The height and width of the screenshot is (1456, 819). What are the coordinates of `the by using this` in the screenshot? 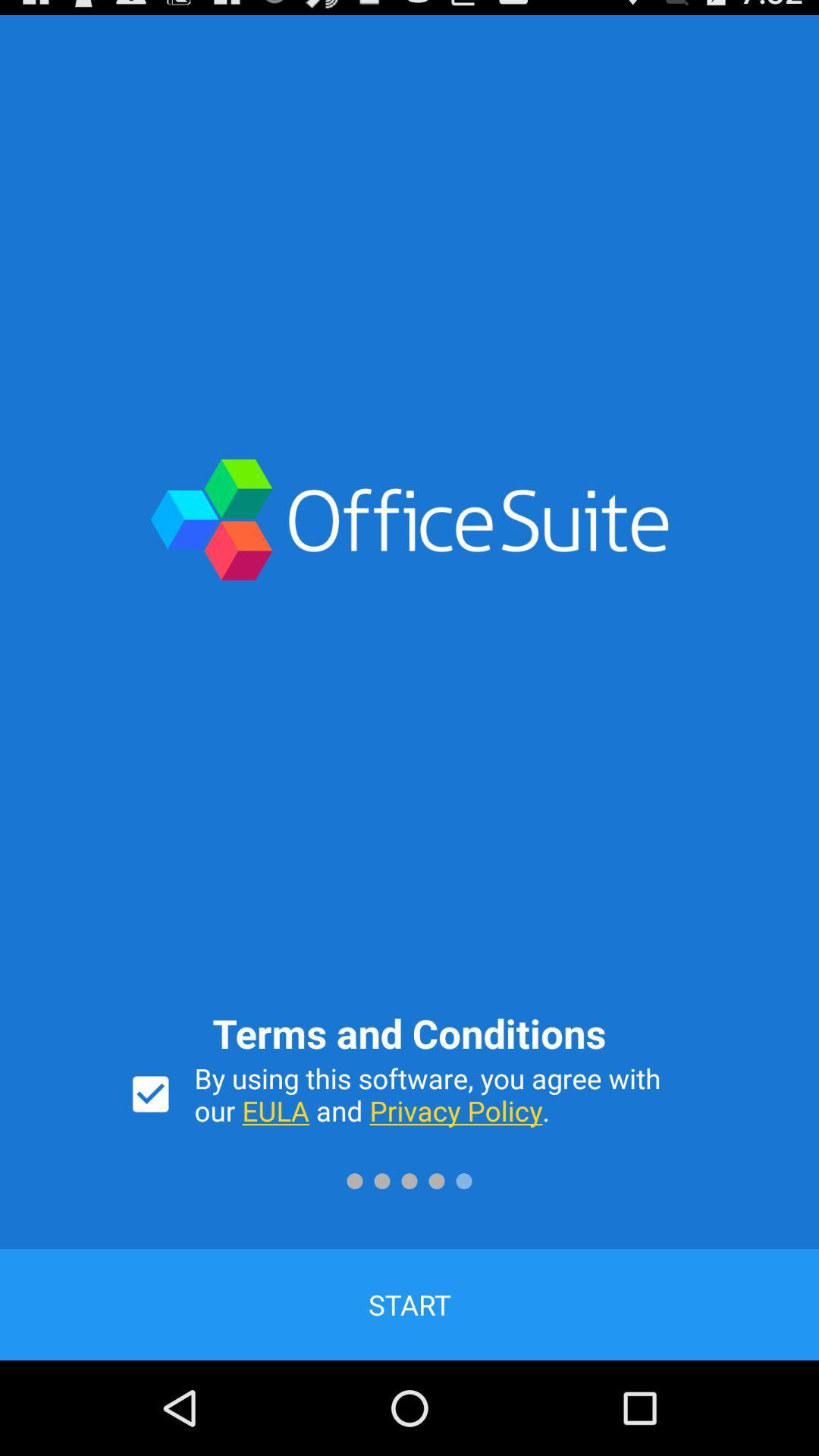 It's located at (443, 1094).